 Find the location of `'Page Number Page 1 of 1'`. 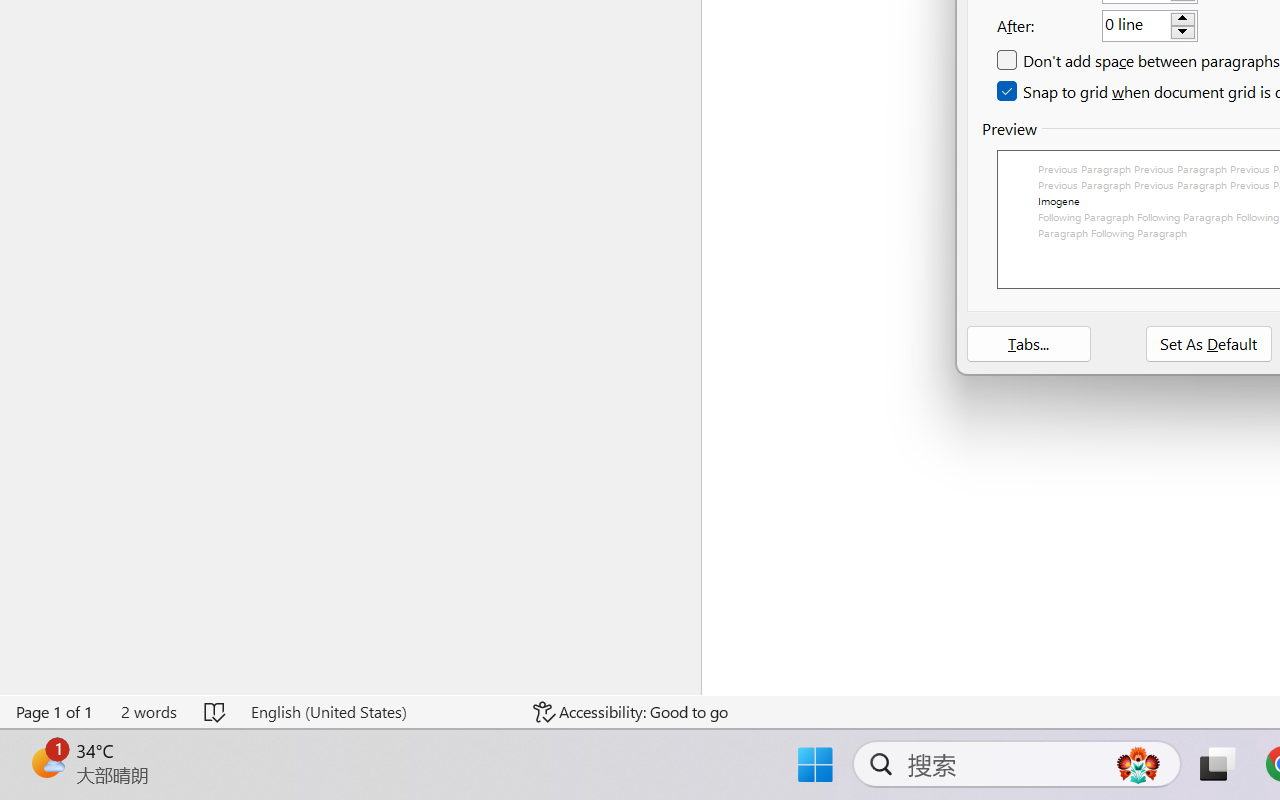

'Page Number Page 1 of 1' is located at coordinates (55, 711).